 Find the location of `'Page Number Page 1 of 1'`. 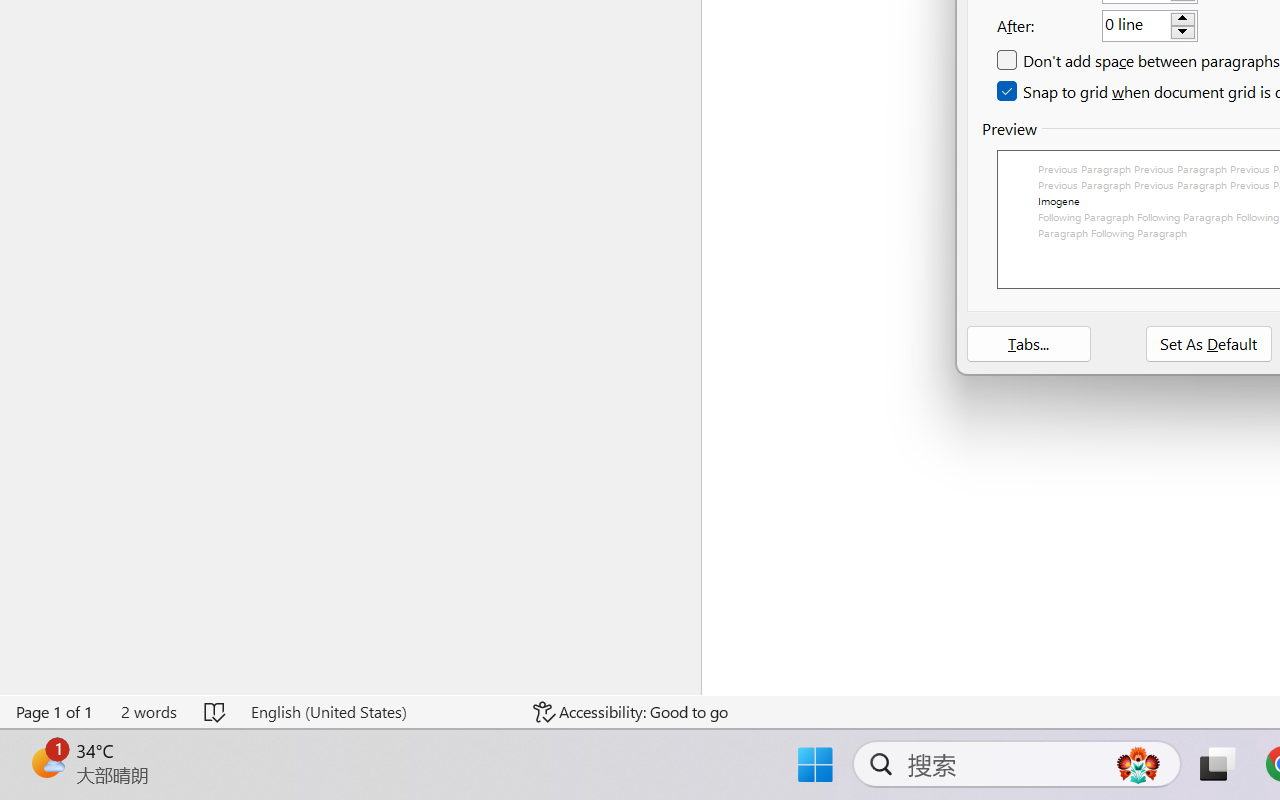

'Page Number Page 1 of 1' is located at coordinates (55, 711).